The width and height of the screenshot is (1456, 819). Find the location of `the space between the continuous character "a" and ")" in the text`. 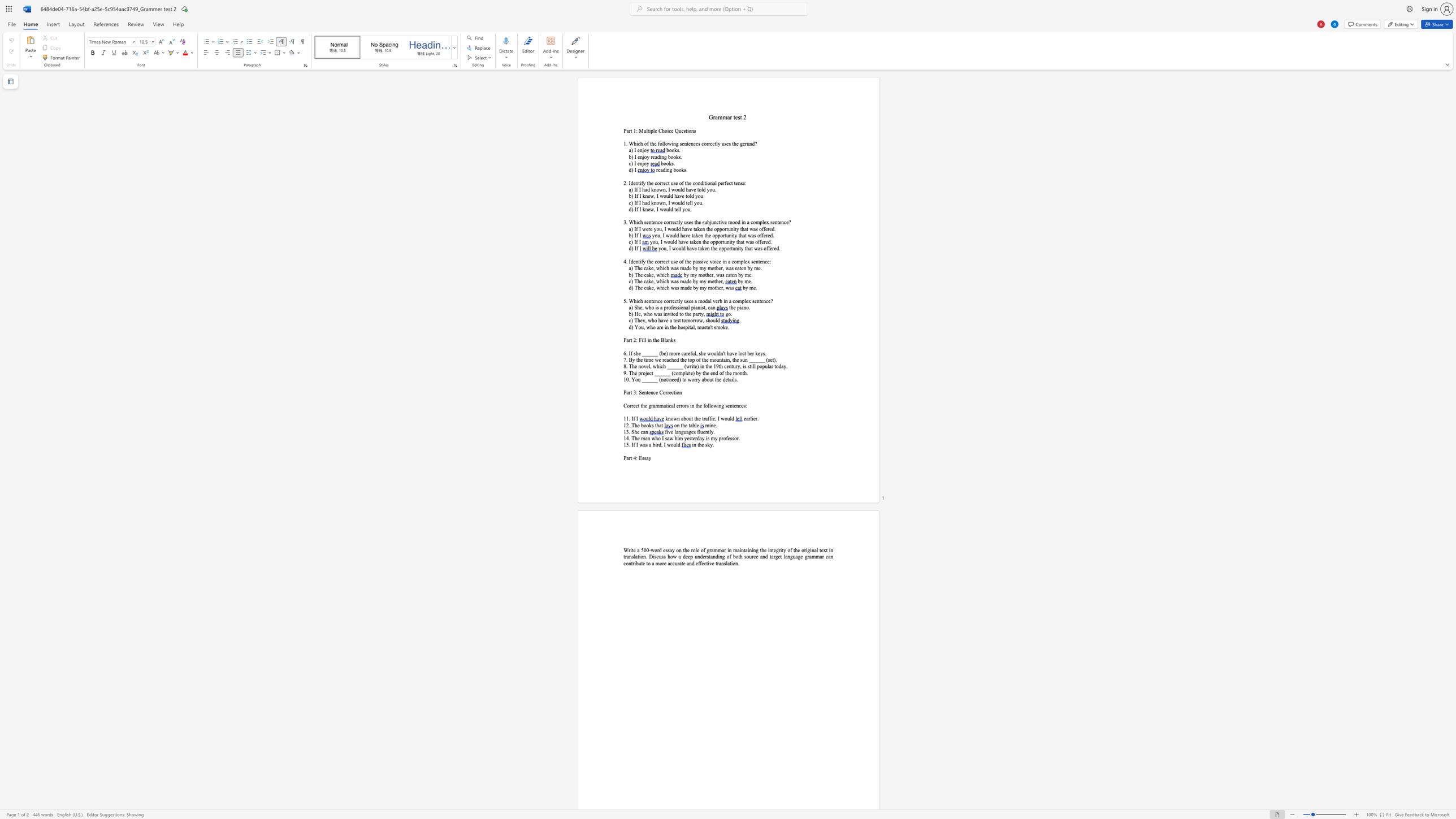

the space between the continuous character "a" and ")" in the text is located at coordinates (631, 268).